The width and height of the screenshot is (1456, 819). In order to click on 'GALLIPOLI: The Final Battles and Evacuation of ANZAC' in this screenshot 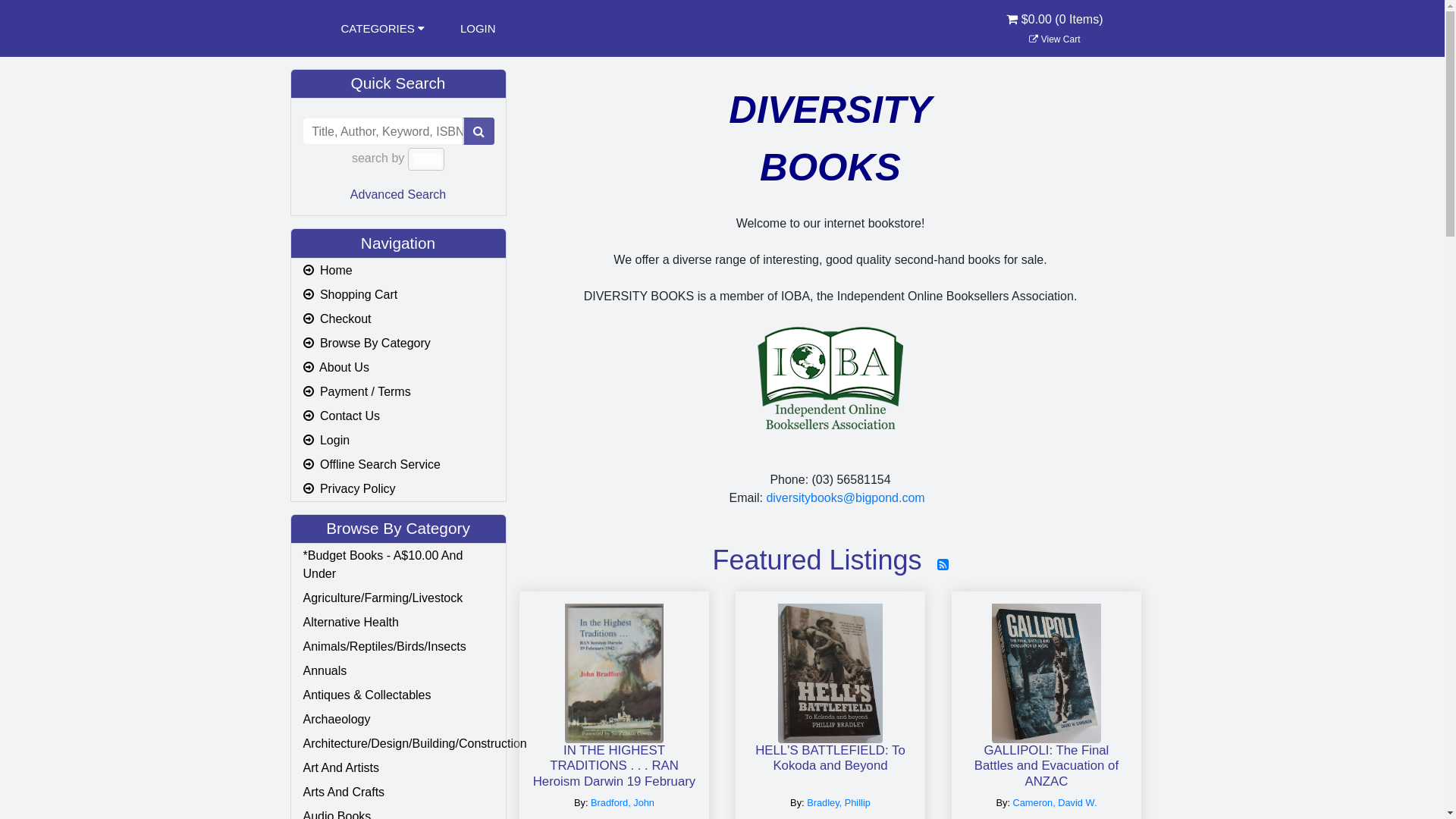, I will do `click(1046, 766)`.